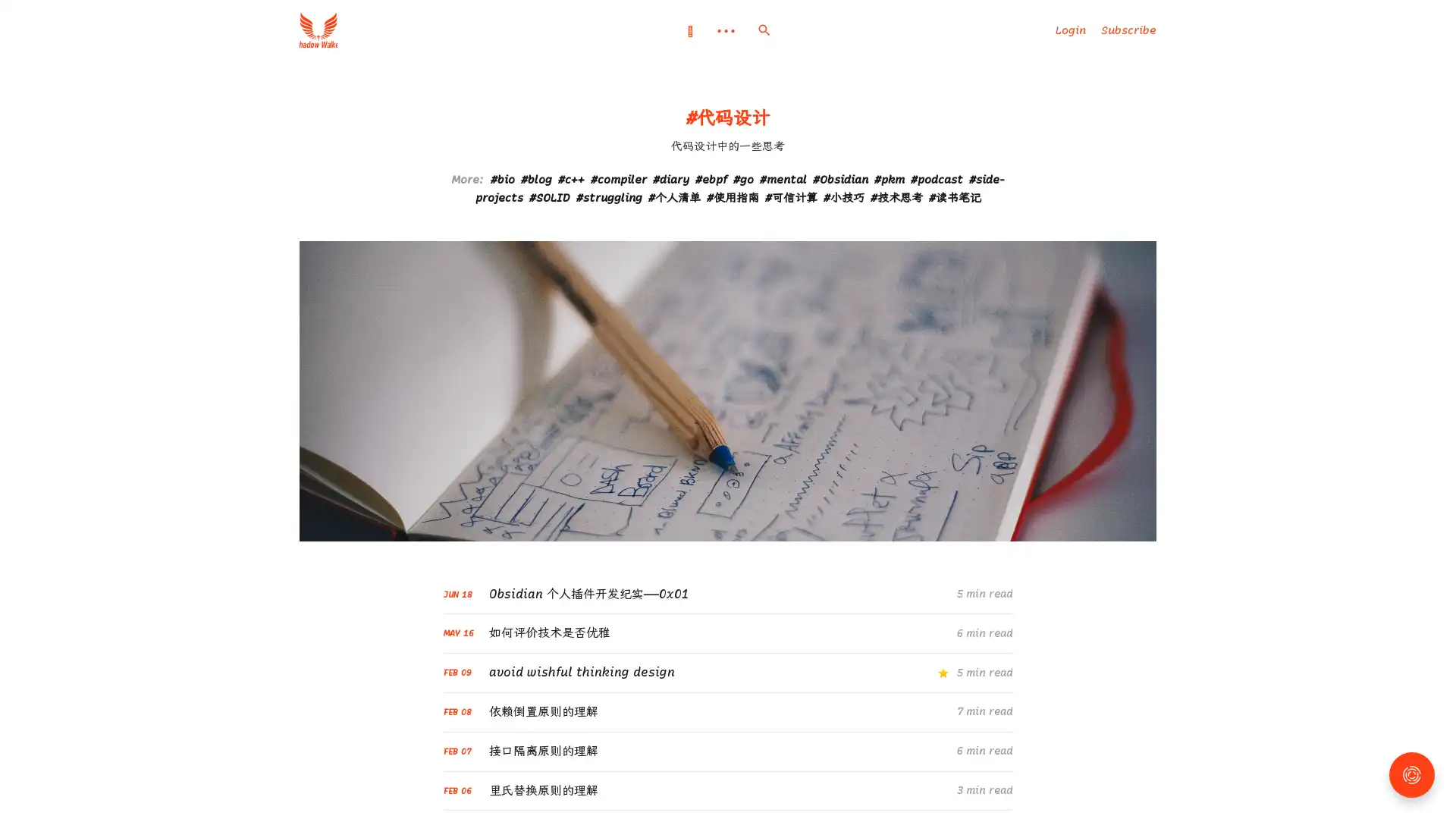  Describe the element at coordinates (764, 30) in the screenshot. I see `Search` at that location.